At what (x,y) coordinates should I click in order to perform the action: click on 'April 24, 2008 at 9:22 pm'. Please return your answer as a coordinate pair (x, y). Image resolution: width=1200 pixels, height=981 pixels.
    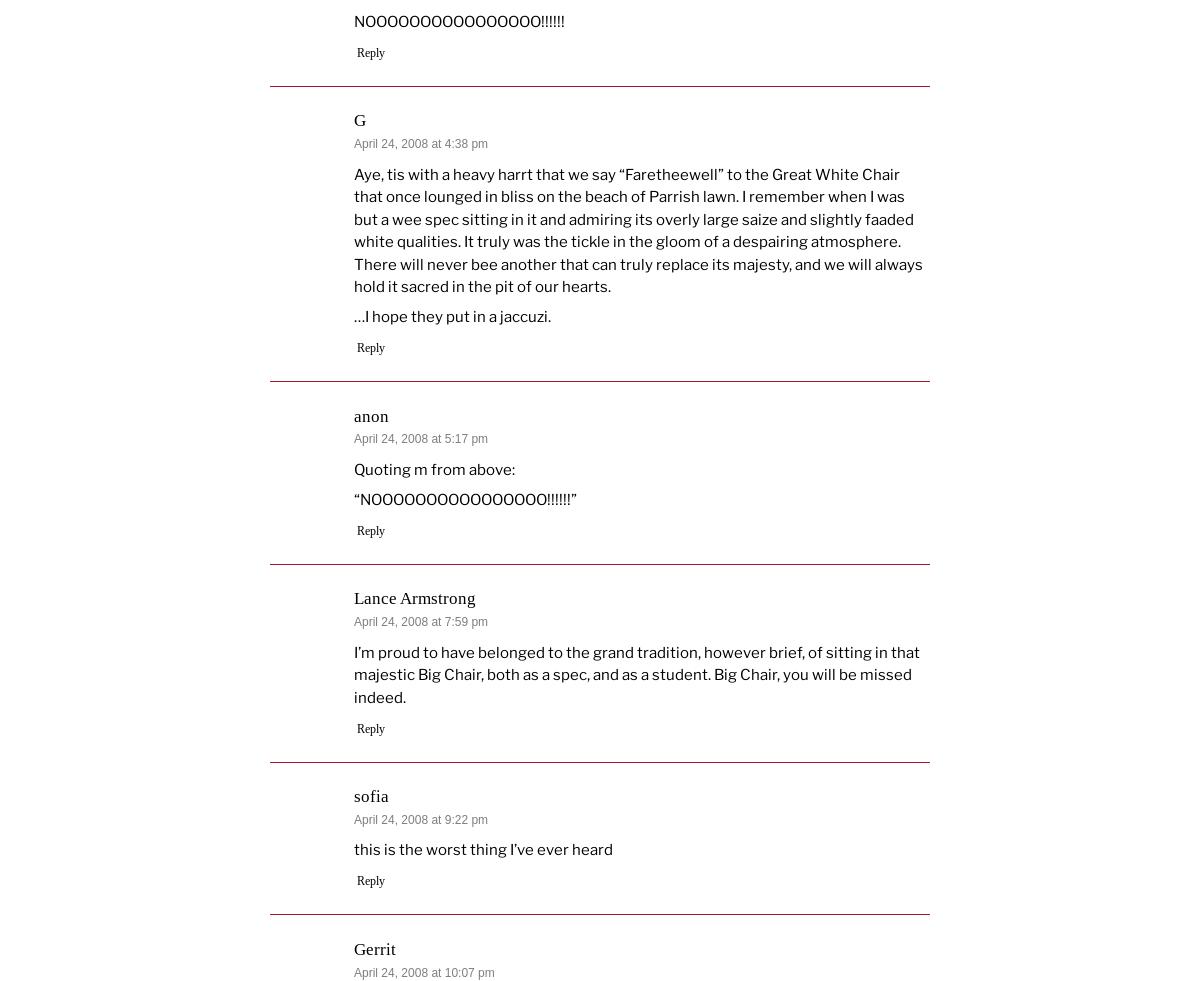
    Looking at the image, I should click on (420, 819).